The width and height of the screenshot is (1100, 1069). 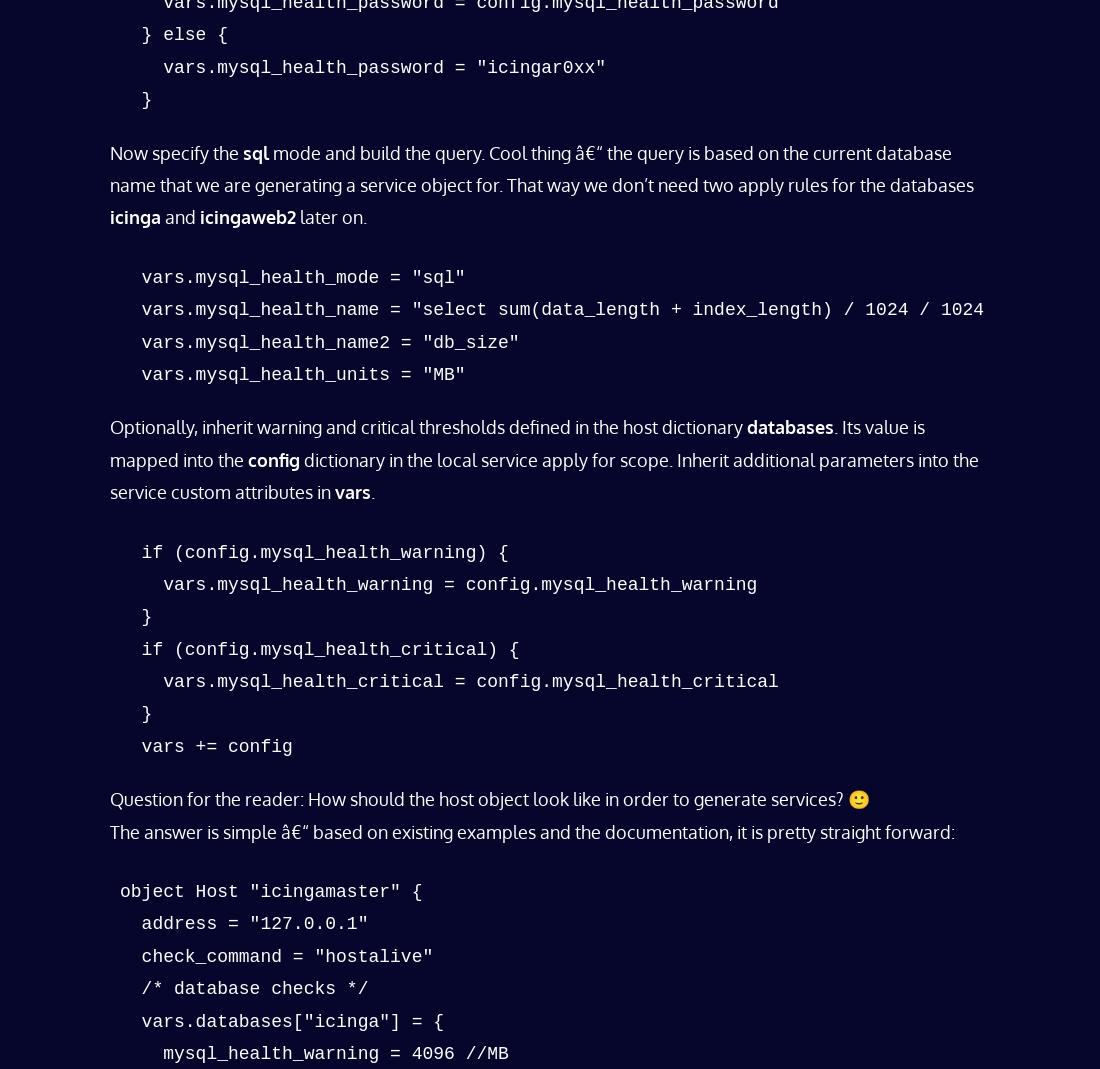 What do you see at coordinates (274, 458) in the screenshot?
I see `'config'` at bounding box center [274, 458].